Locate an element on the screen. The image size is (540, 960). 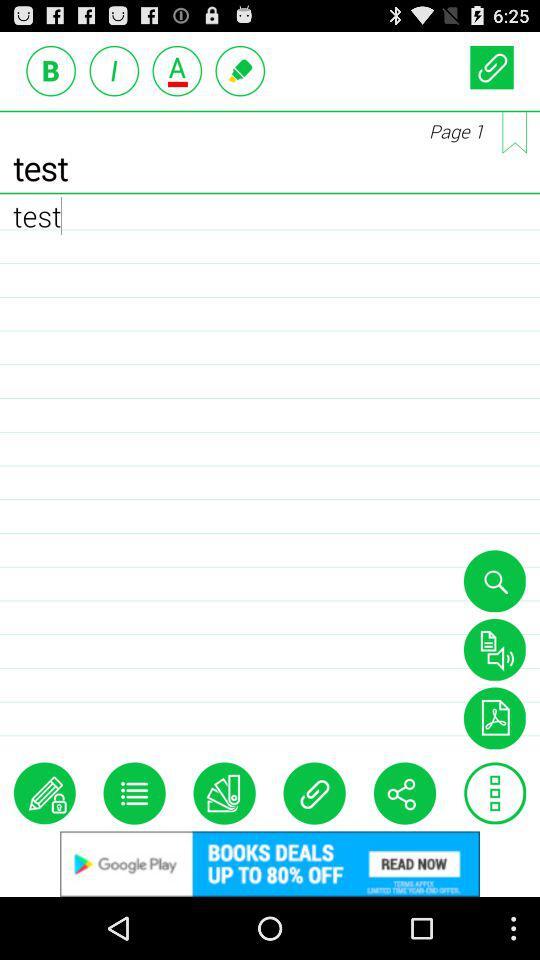
edit is located at coordinates (240, 70).